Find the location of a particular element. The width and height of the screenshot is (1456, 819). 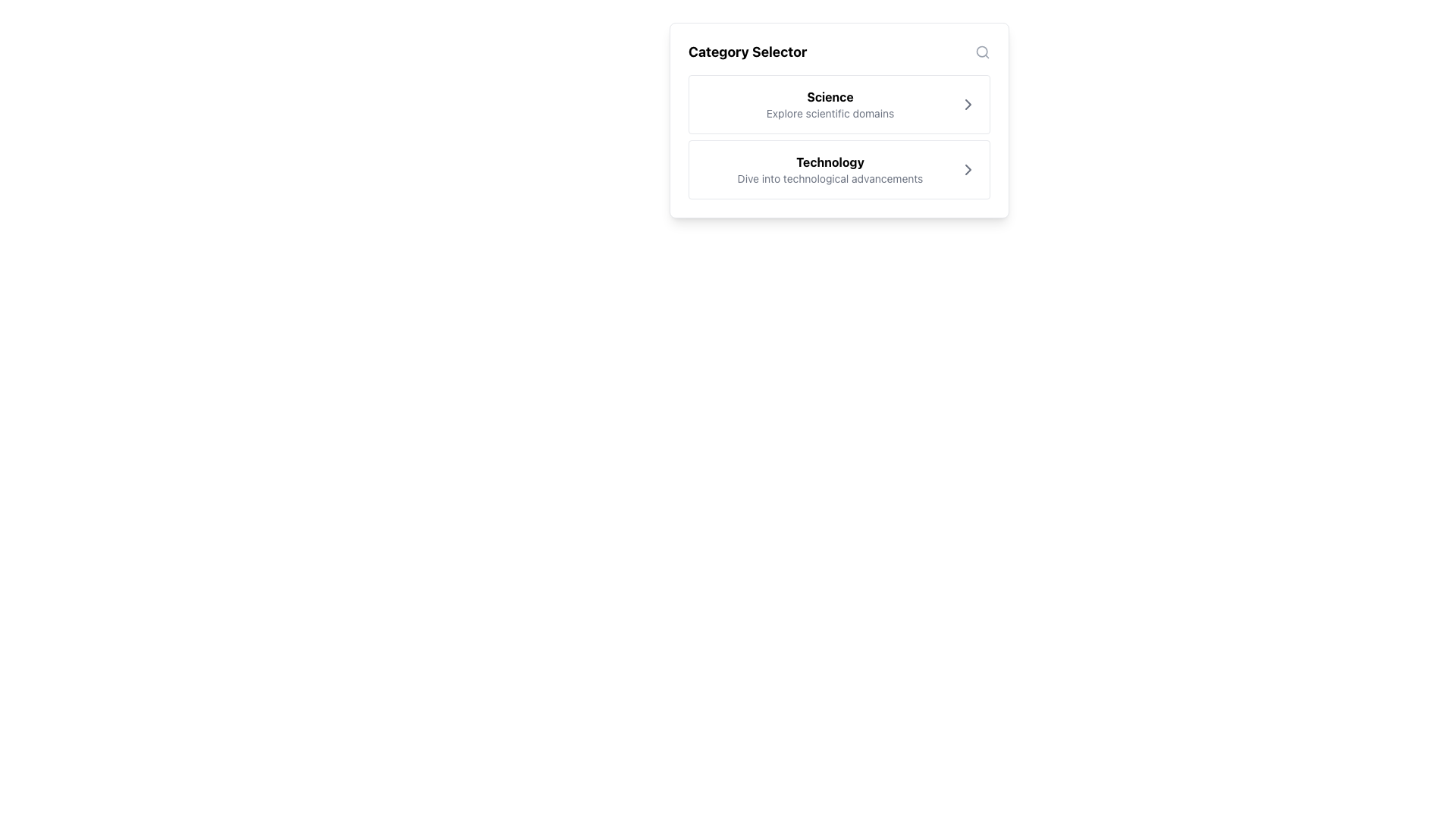

the rightward-facing gray chevron icon button located at the far right of the 'Technology' entry in the Category Selector is located at coordinates (967, 169).